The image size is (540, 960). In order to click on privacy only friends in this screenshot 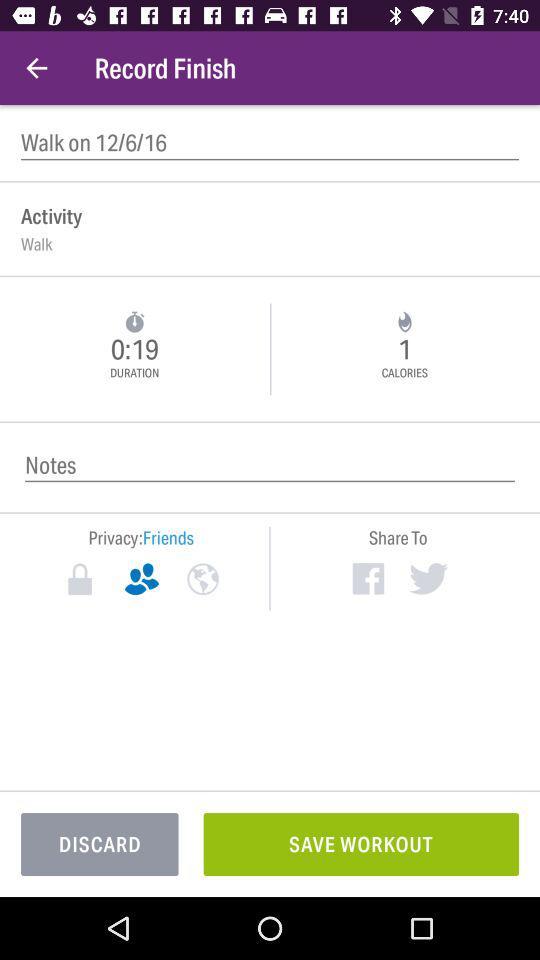, I will do `click(140, 579)`.